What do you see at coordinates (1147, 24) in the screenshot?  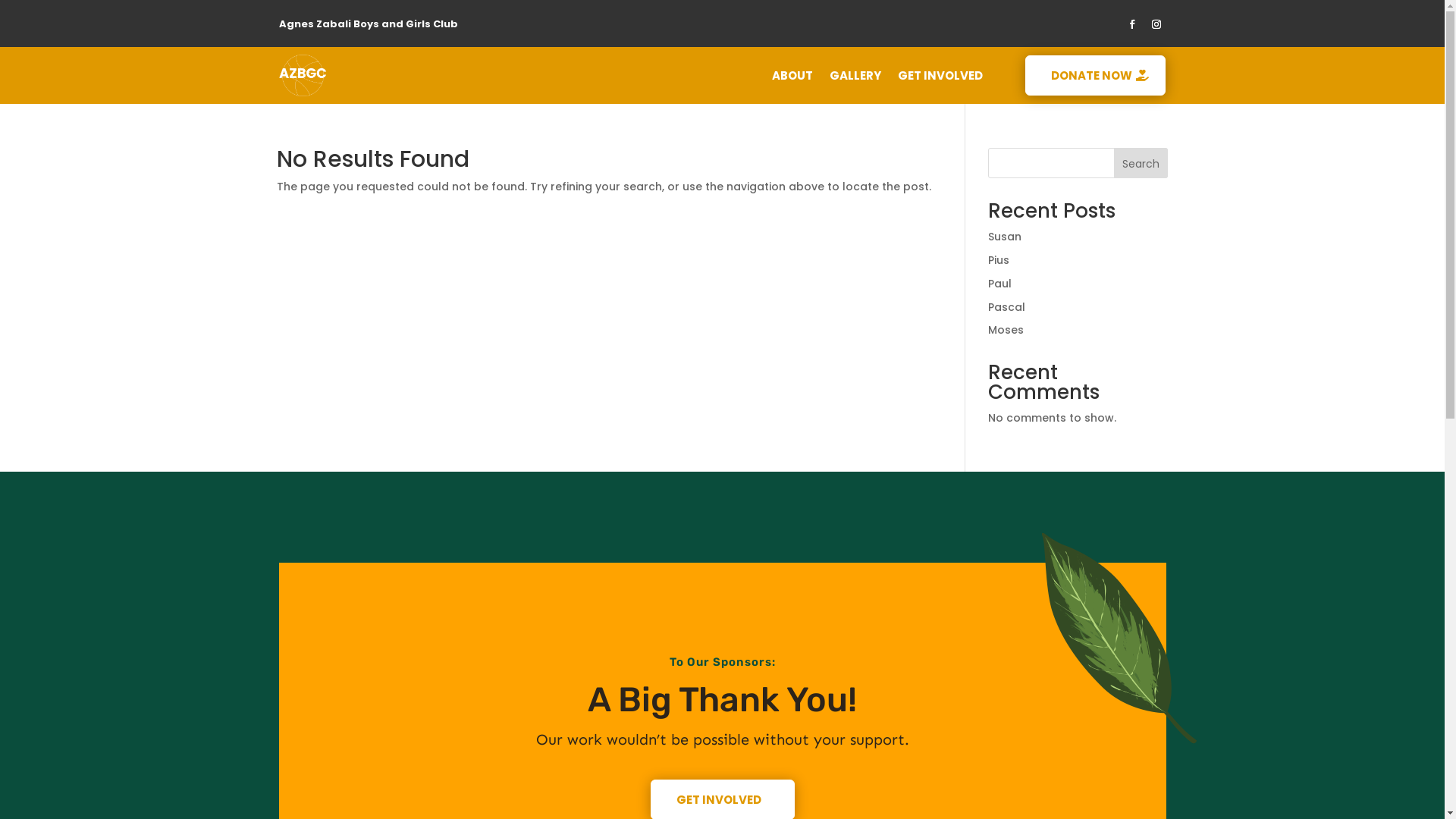 I see `'Follow on Instagram'` at bounding box center [1147, 24].